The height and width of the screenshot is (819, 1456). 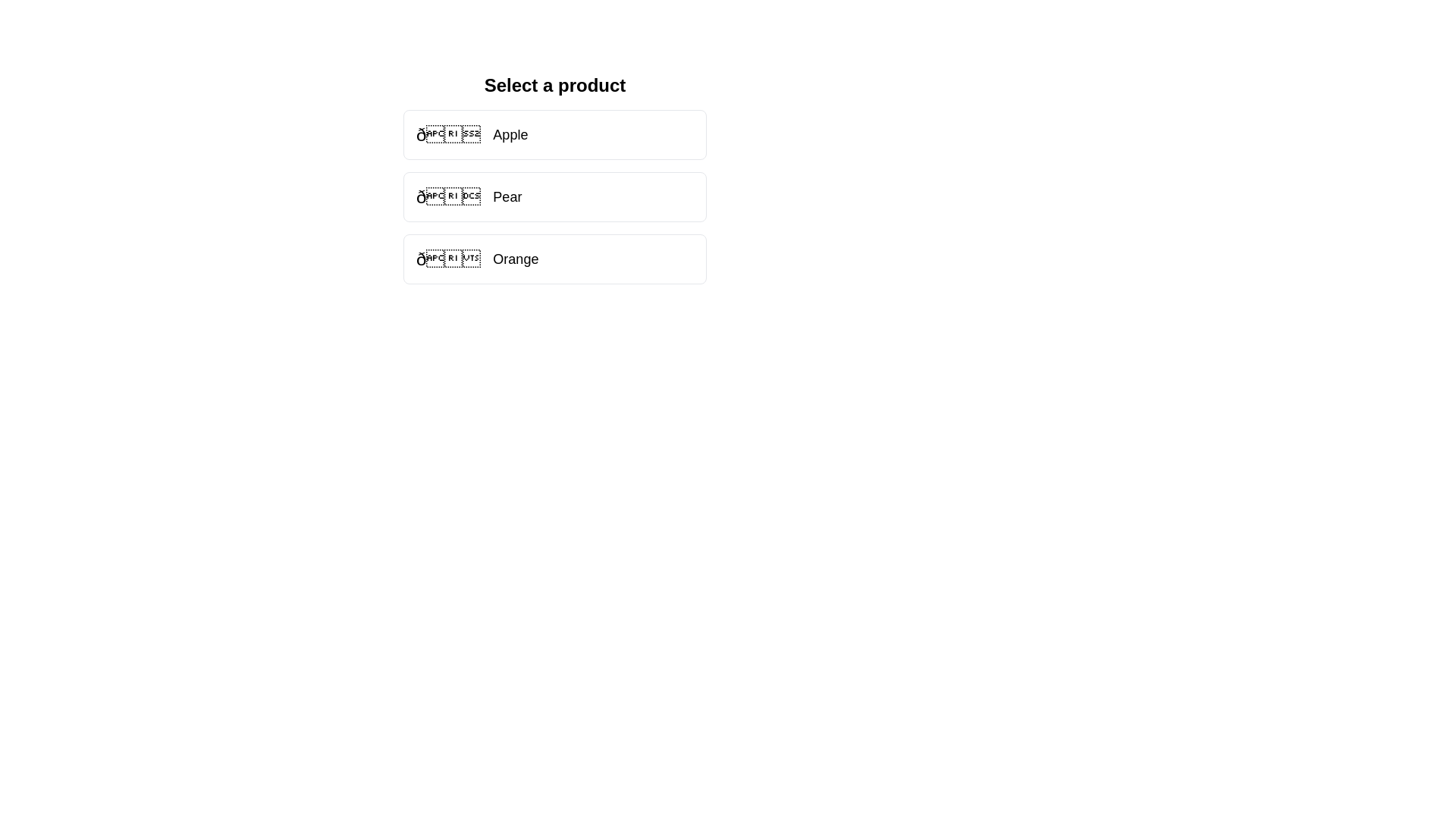 I want to click on the 'Apple' text display with icon, so click(x=471, y=133).